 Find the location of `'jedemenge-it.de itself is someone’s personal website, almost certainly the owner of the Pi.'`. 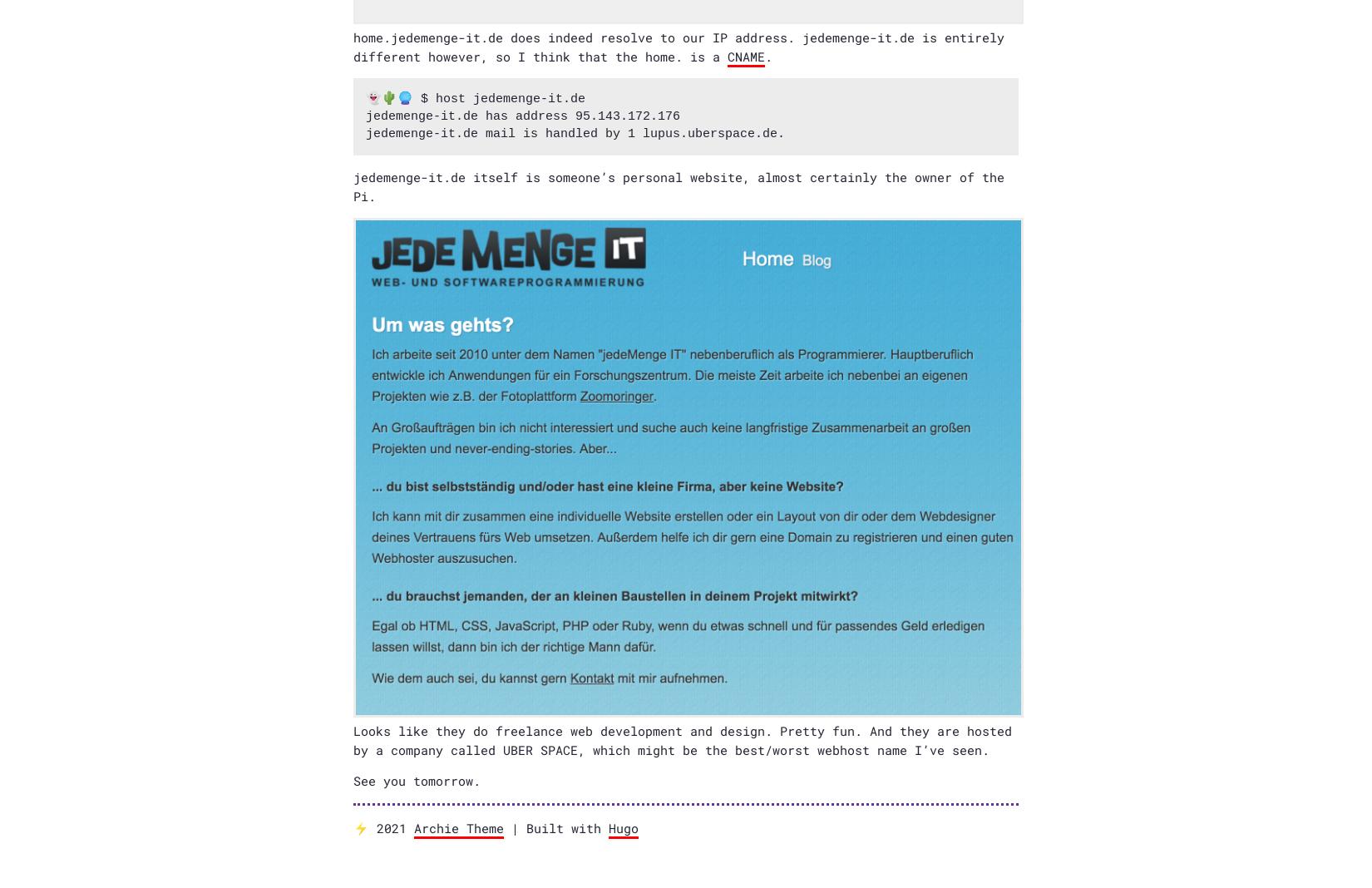

'jedemenge-it.de itself is someone’s personal website, almost certainly the owner of the Pi.' is located at coordinates (678, 185).